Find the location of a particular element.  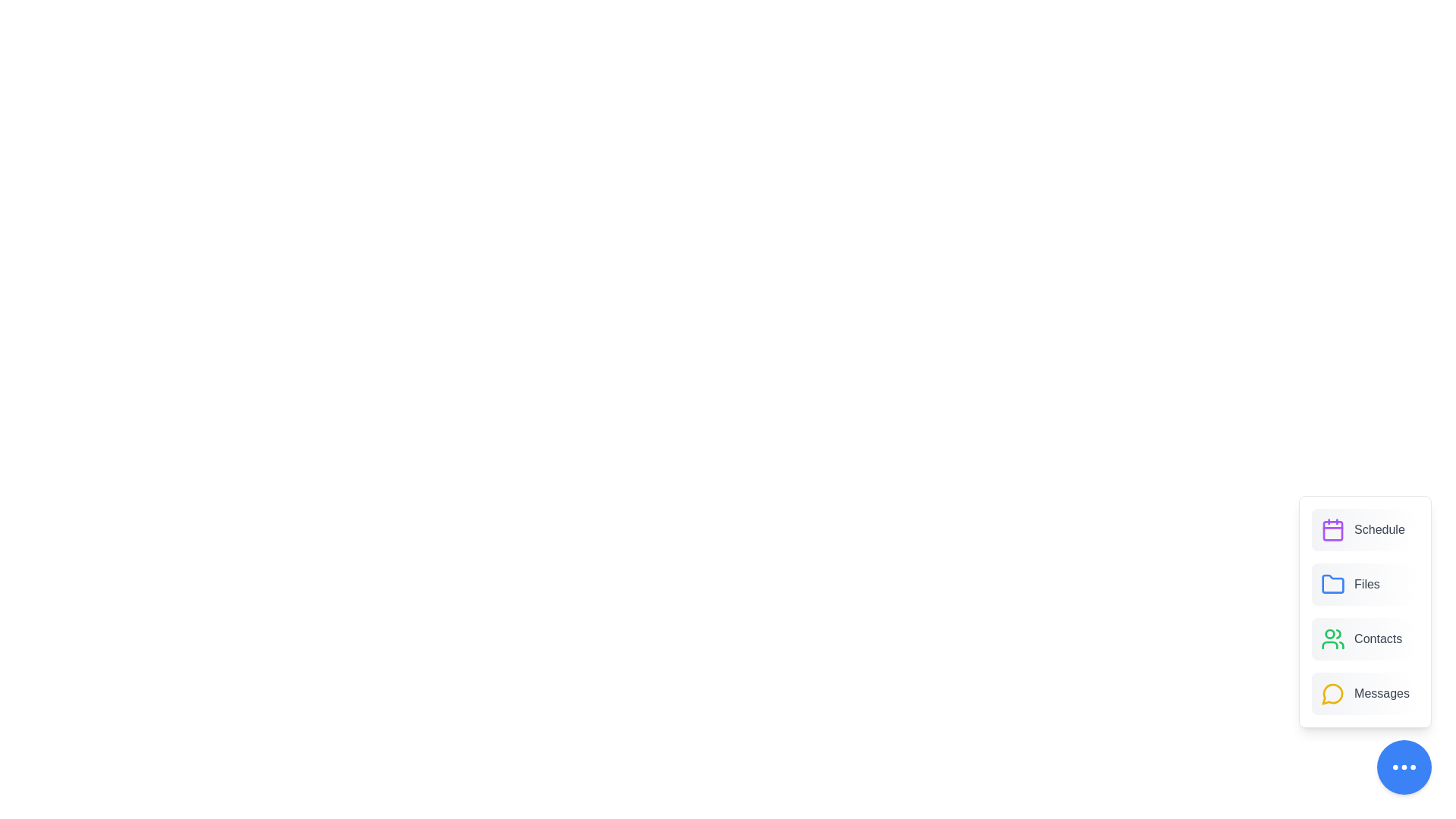

the 'Contacts' option in the MultiPurposeActionDial is located at coordinates (1365, 639).